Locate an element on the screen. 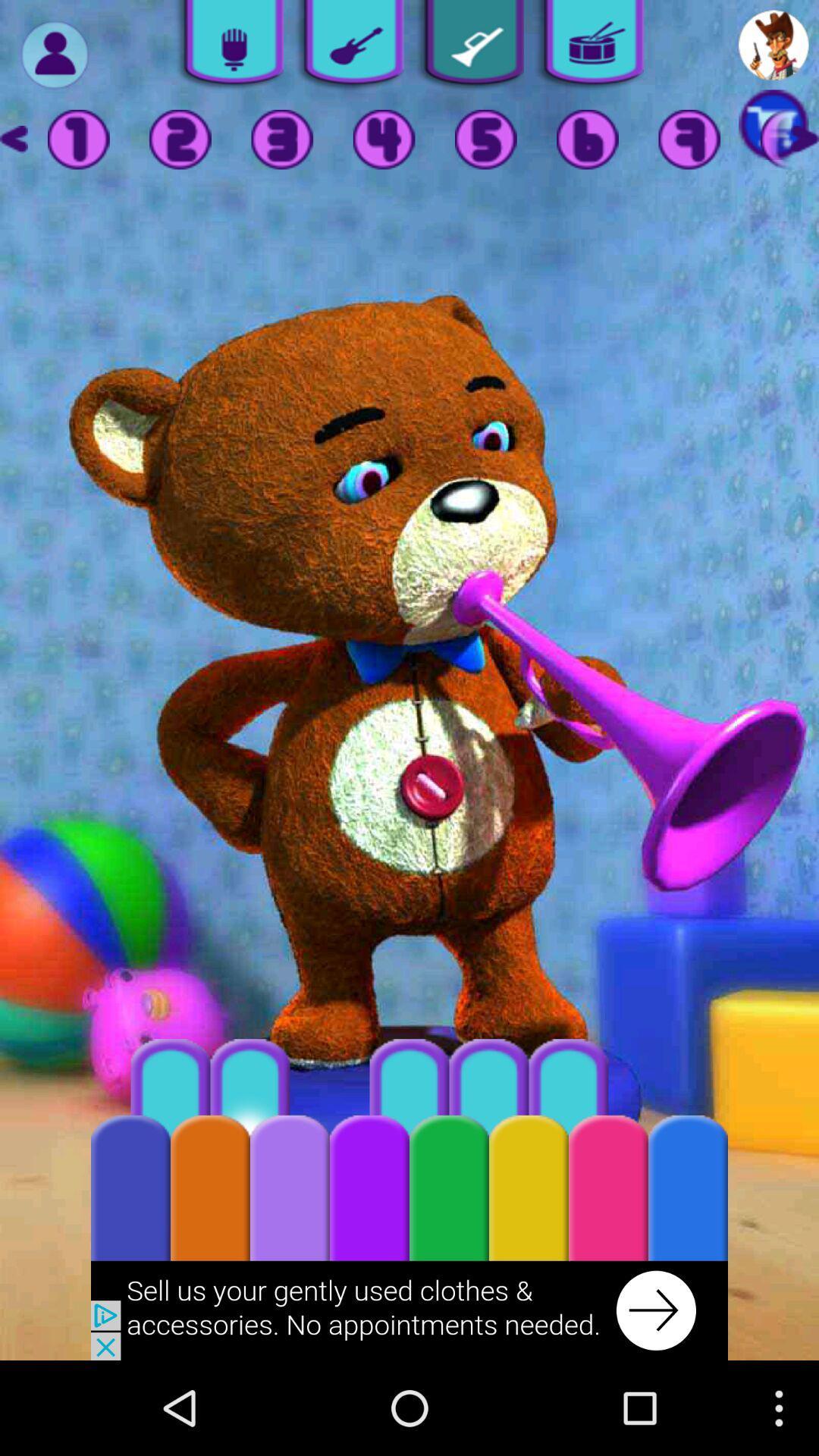  the avatar icon is located at coordinates (54, 58).